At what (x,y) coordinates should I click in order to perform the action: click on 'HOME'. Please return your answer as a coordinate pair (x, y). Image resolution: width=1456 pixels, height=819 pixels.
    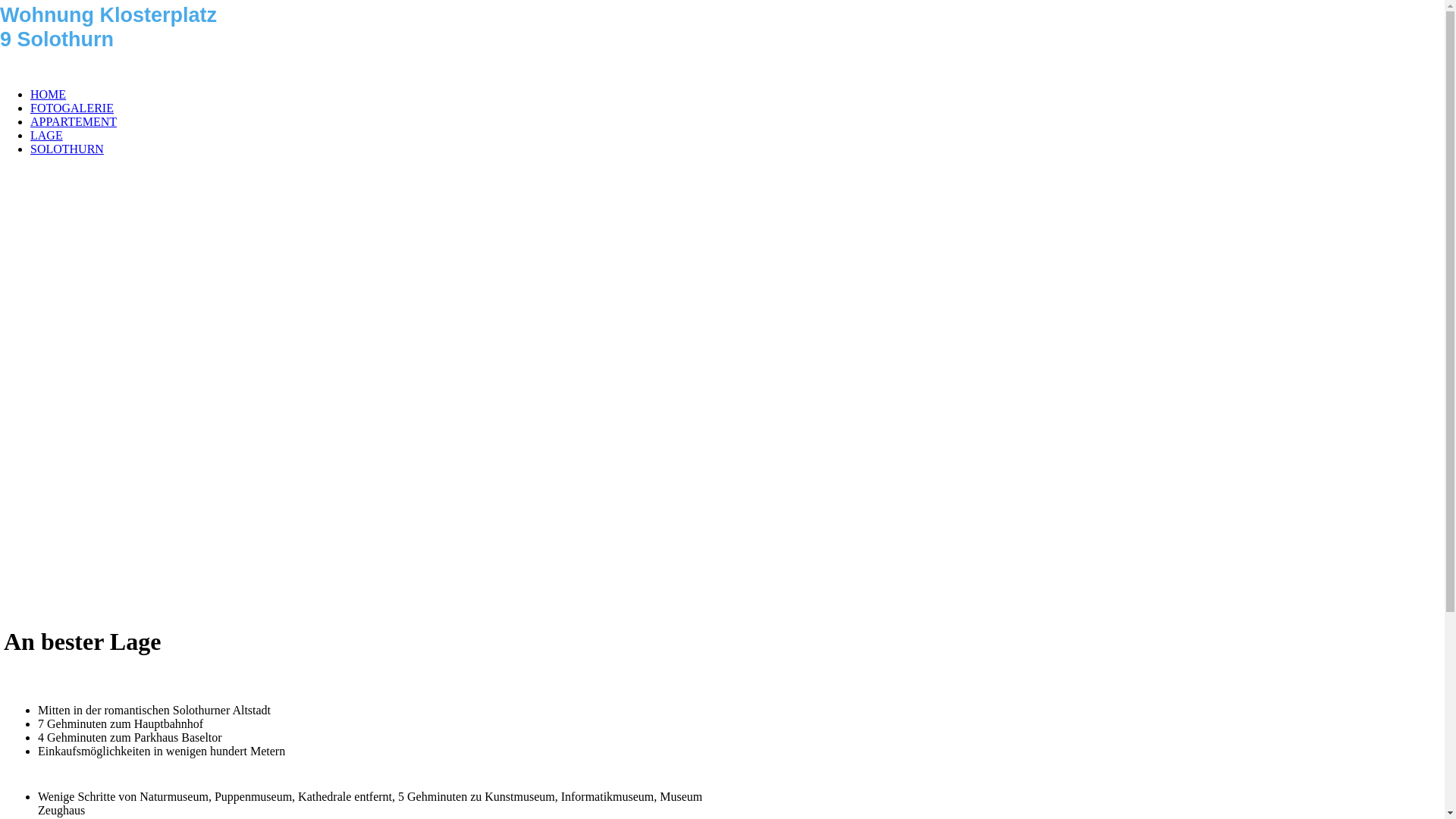
    Looking at the image, I should click on (48, 94).